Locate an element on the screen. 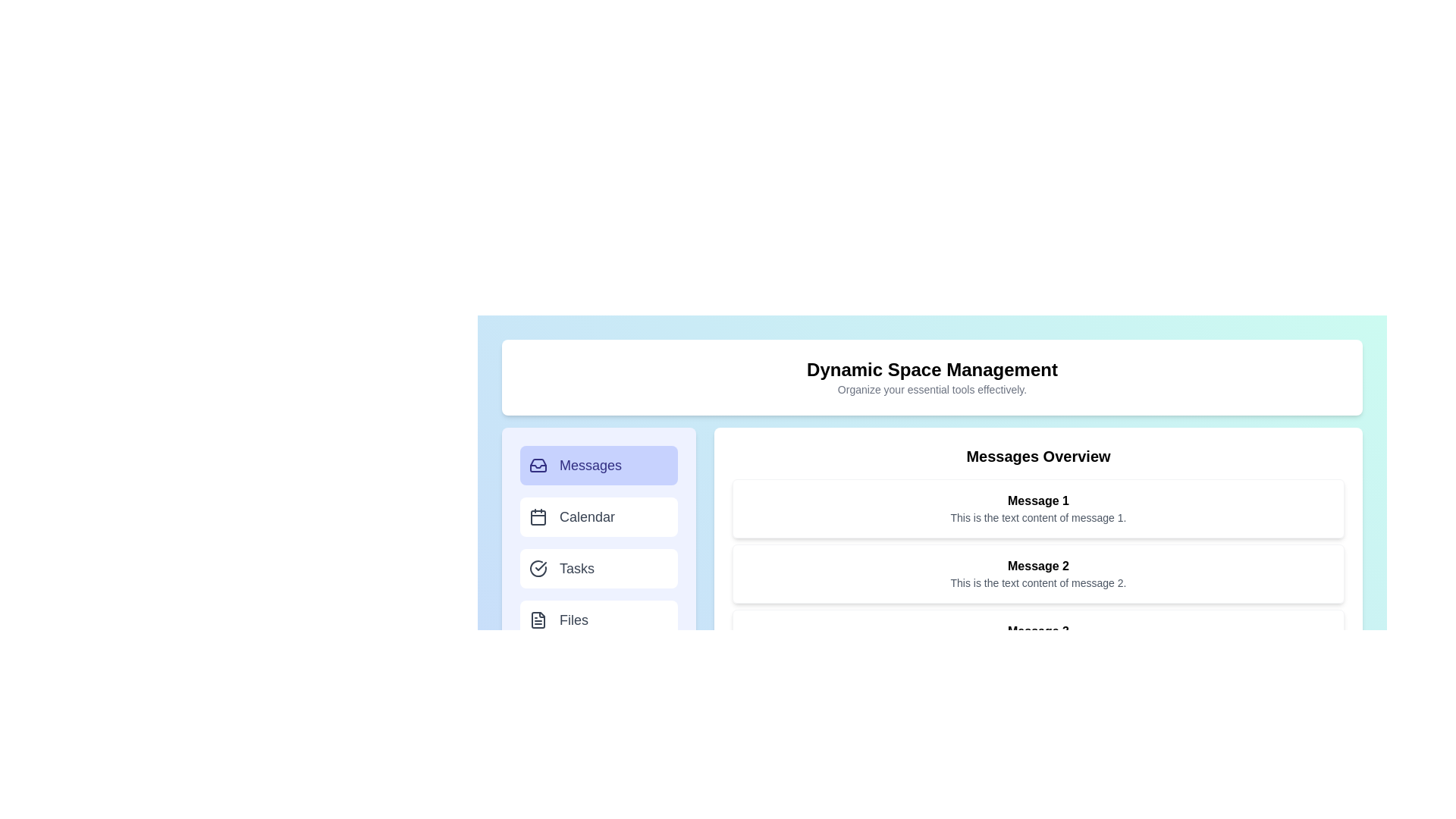 The height and width of the screenshot is (819, 1456). the message card displayed under the 'Messages Overview' header, which is the first item in the list of messages is located at coordinates (1037, 509).